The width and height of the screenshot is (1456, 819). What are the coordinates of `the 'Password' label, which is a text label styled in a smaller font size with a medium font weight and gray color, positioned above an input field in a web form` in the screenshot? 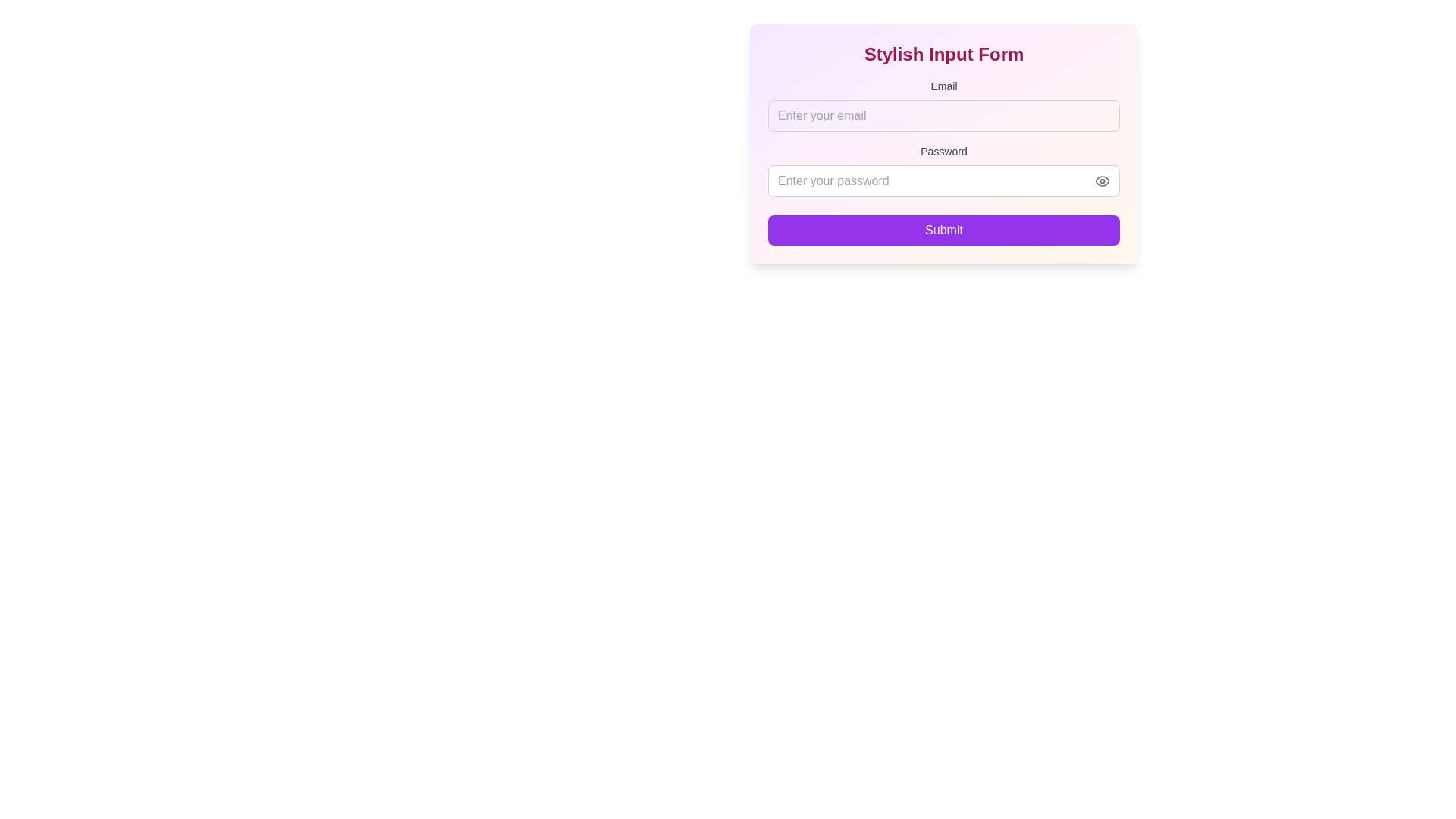 It's located at (943, 152).